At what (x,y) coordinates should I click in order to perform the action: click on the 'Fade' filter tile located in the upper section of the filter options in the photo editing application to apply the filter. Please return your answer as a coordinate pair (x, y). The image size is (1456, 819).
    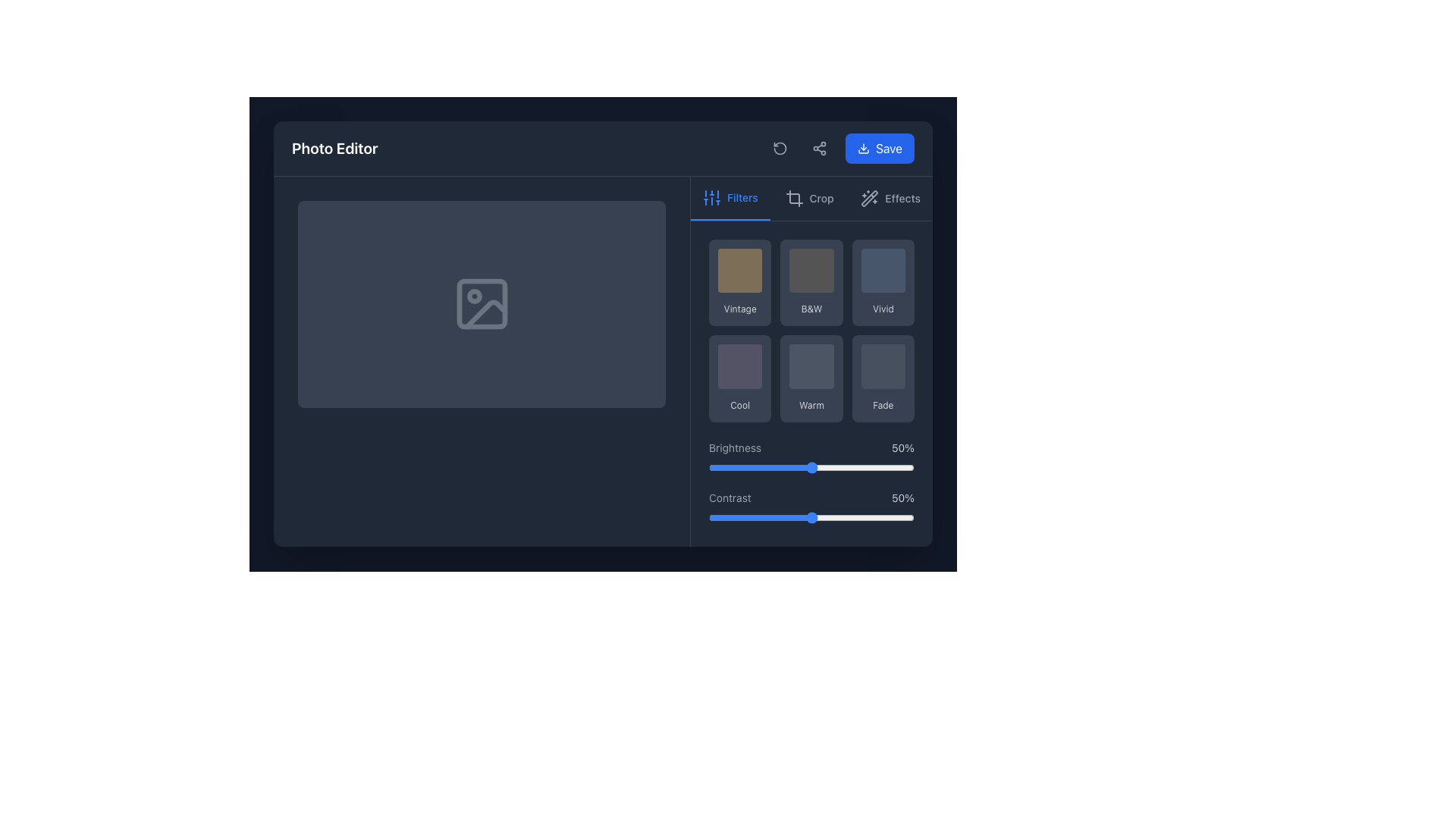
    Looking at the image, I should click on (883, 366).